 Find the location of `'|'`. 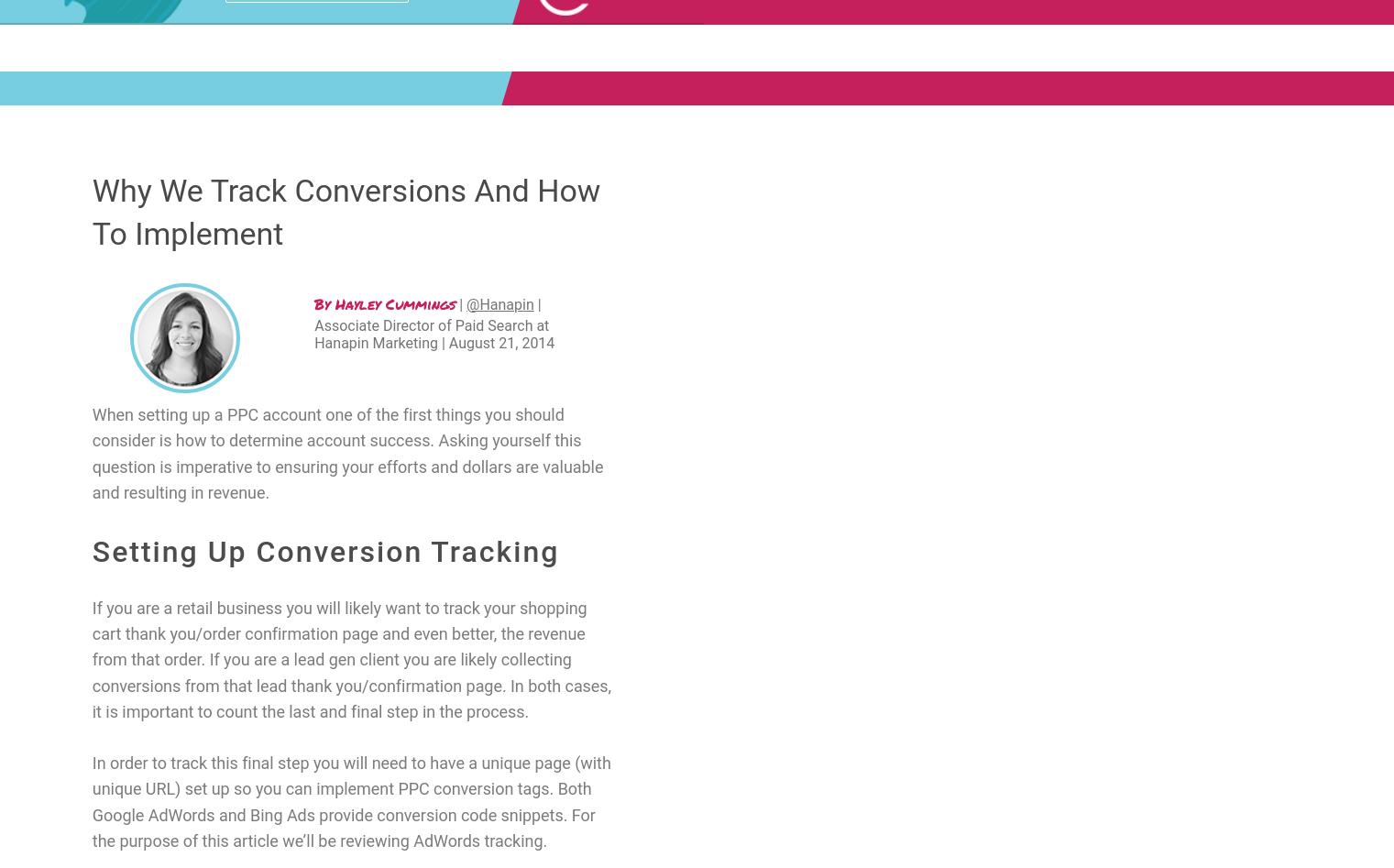

'|' is located at coordinates (460, 303).